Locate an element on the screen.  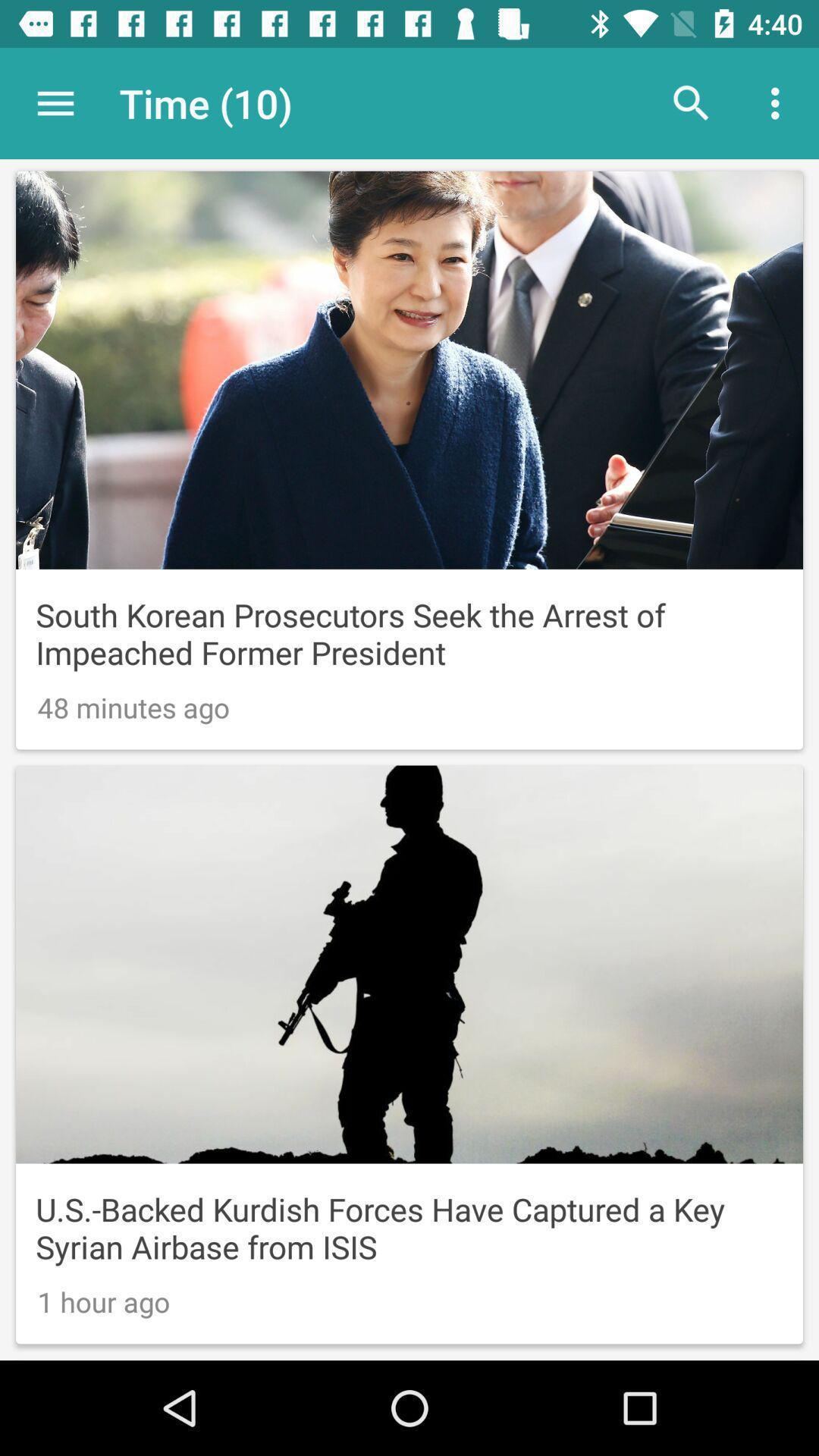
the first image along with text just below the text time is located at coordinates (409, 460).